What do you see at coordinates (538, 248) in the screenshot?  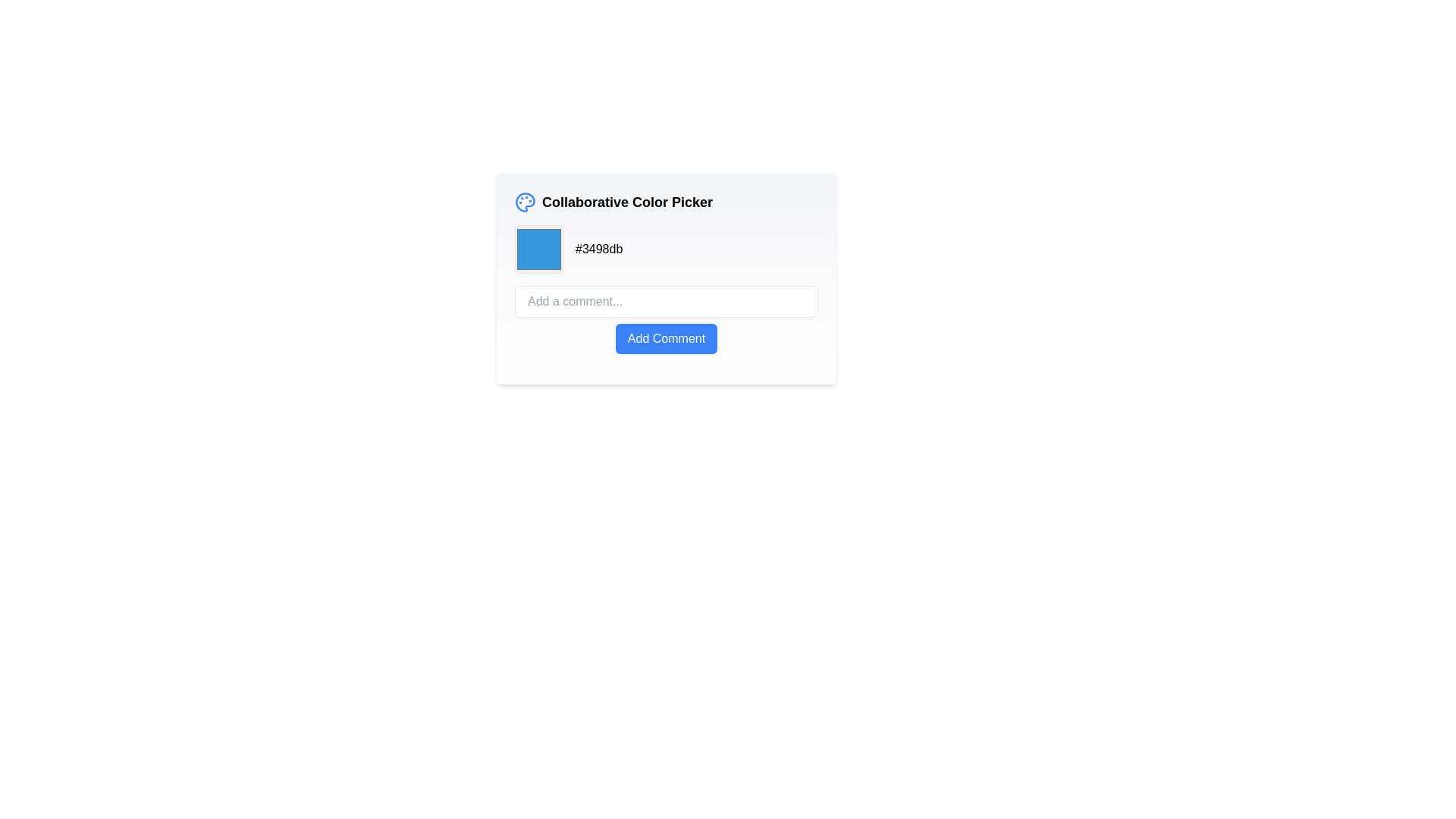 I see `the color swatch displaying the color '#3498db'` at bounding box center [538, 248].